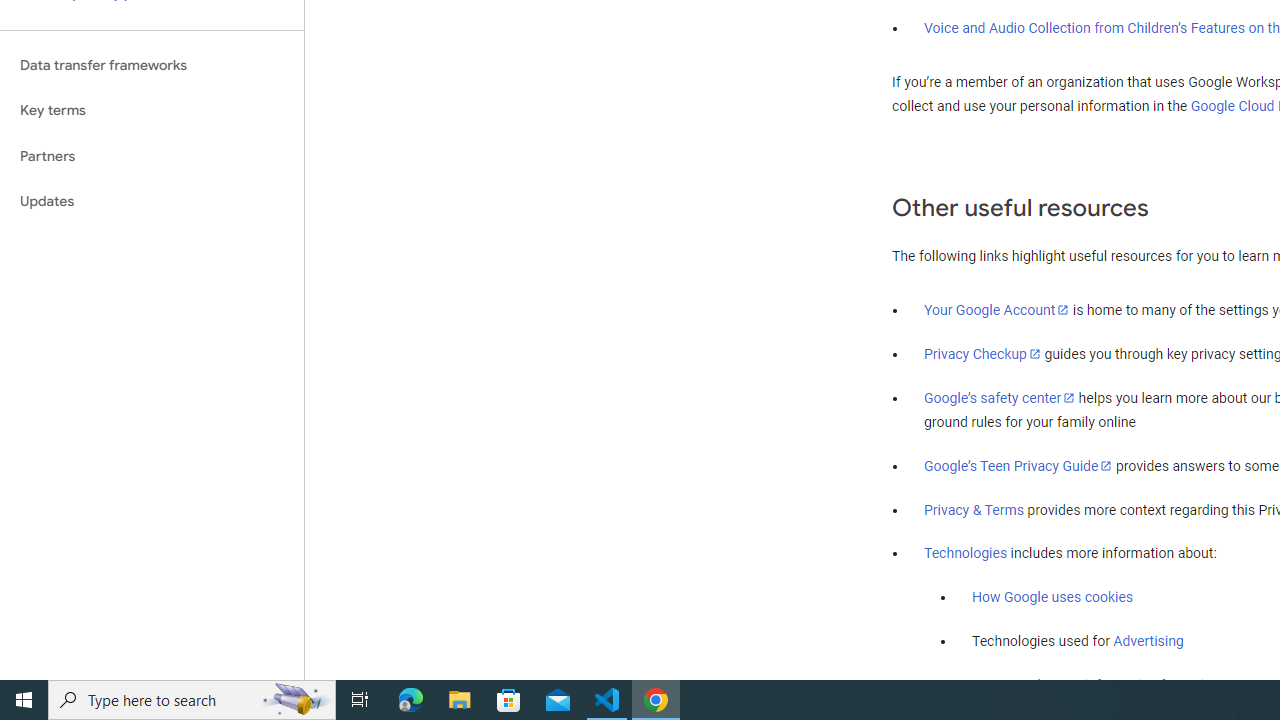  Describe the element at coordinates (151, 64) in the screenshot. I see `'Data transfer frameworks'` at that location.